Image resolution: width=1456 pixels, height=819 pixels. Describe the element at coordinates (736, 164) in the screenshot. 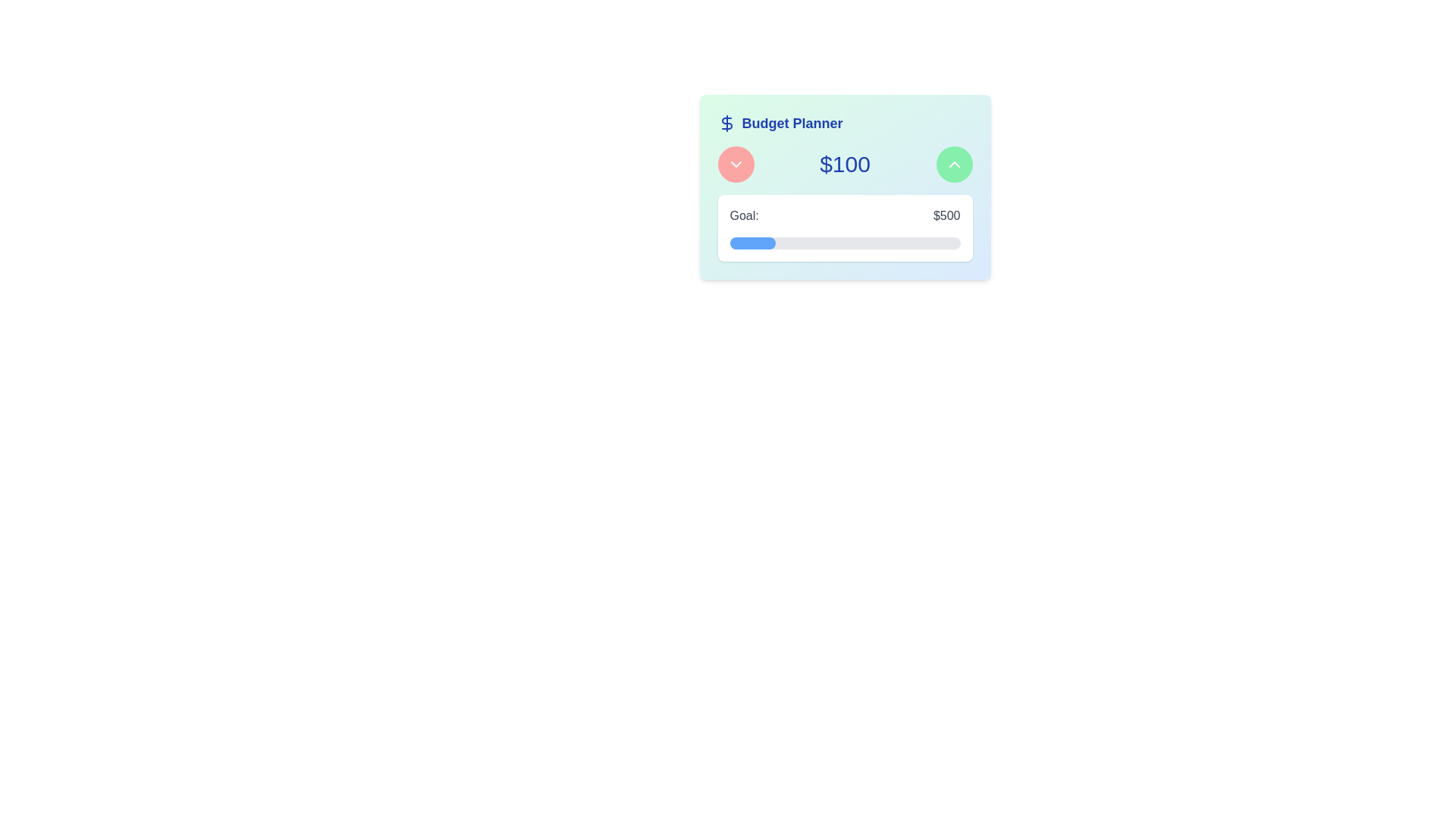

I see `the SVG icon button located in the top-left quadrant of the widget, which is red and adjacent to the '$100' text` at that location.